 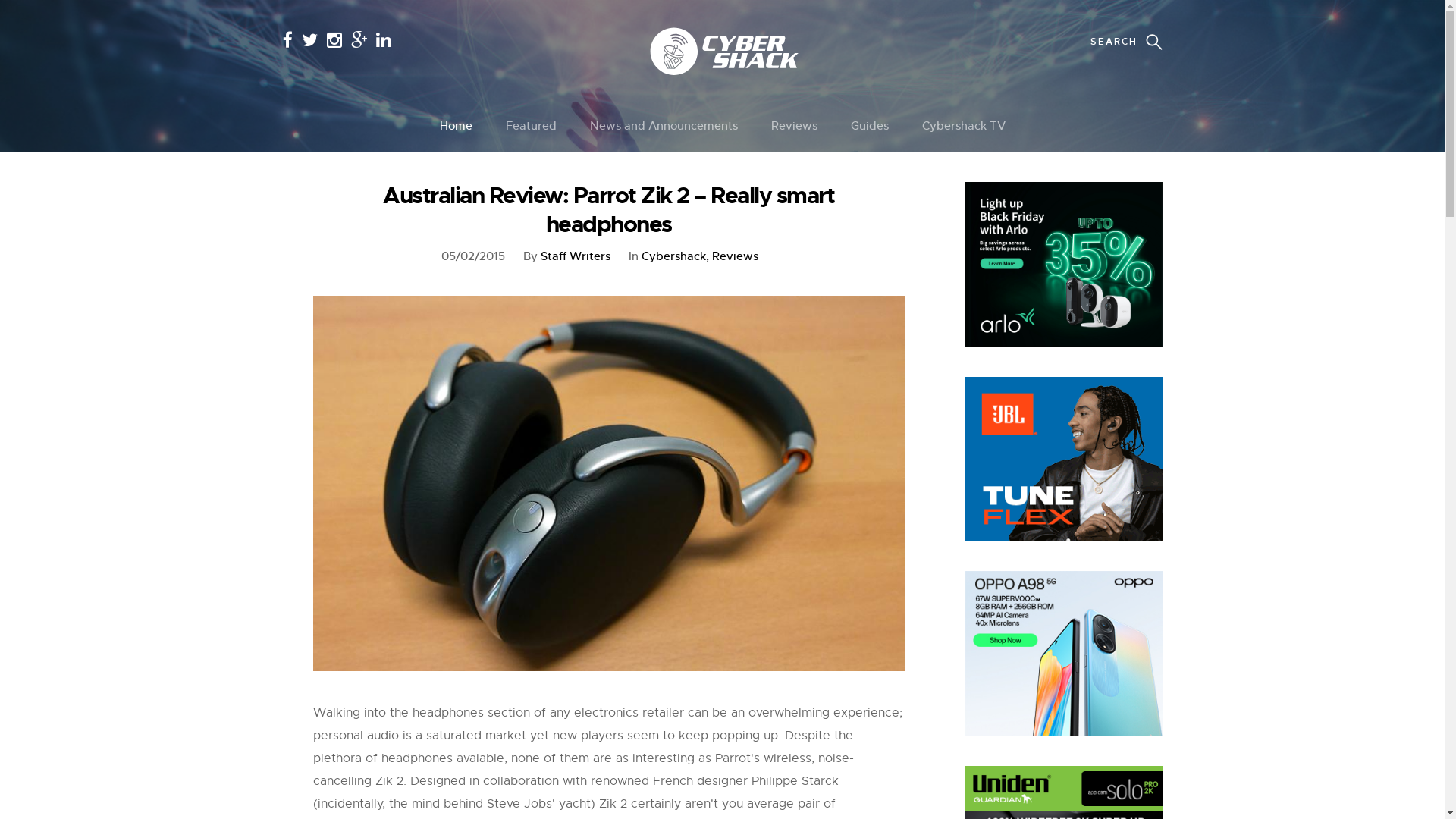 I want to click on 'Cybershack TV', so click(x=963, y=124).